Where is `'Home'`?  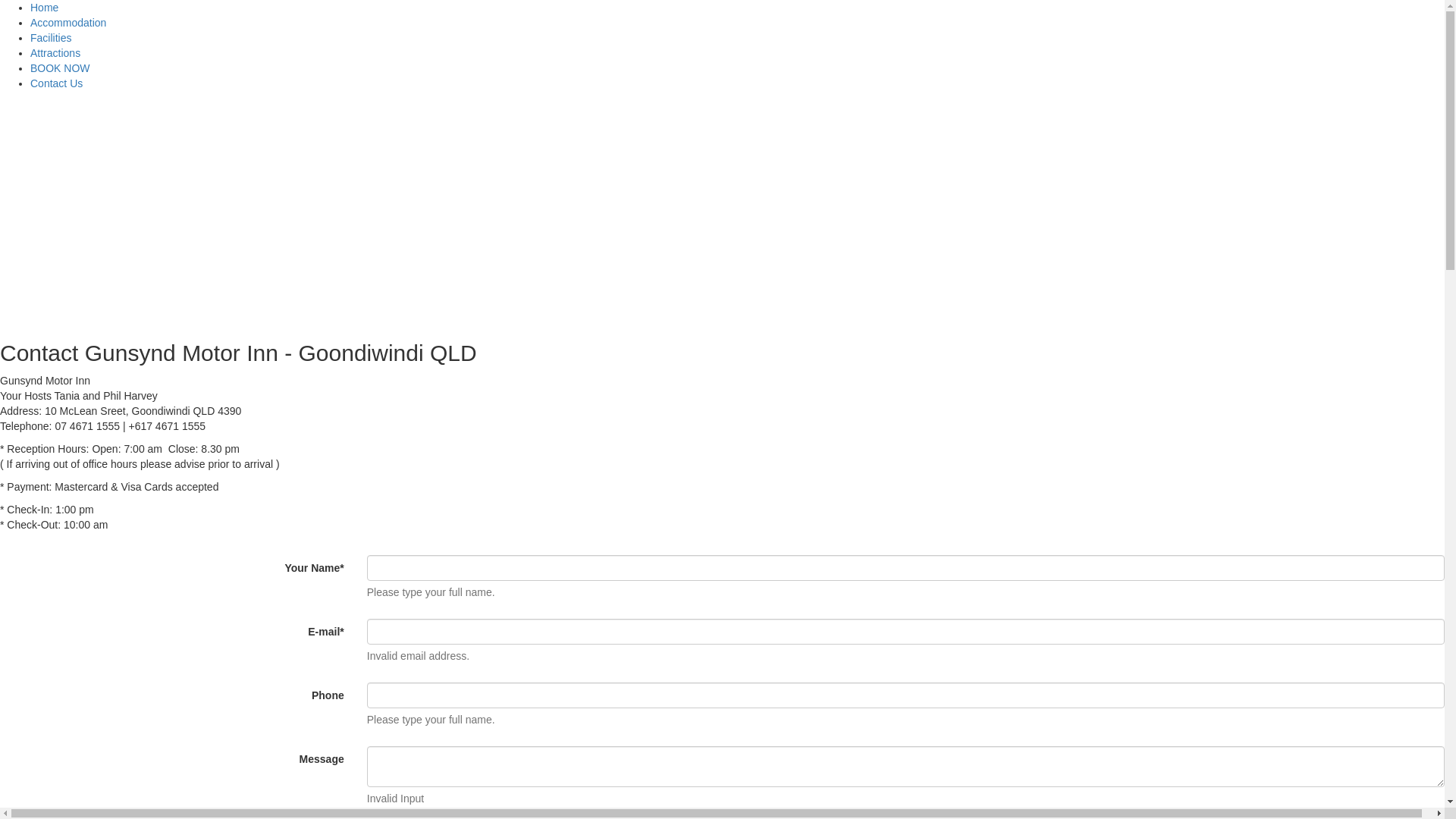 'Home' is located at coordinates (30, 8).